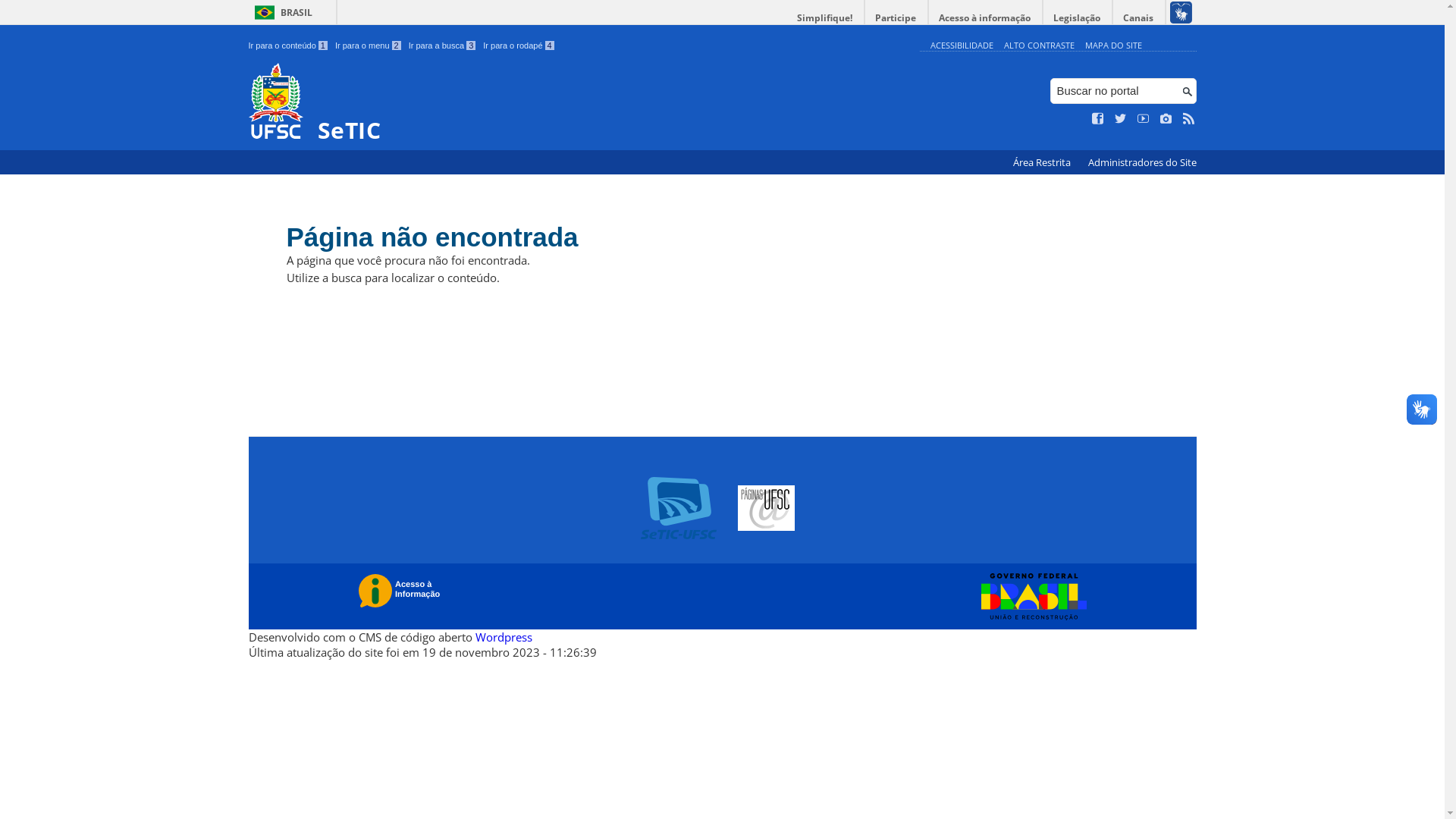 The width and height of the screenshot is (1456, 819). I want to click on 'MAPA DO SITE', so click(1084, 44).